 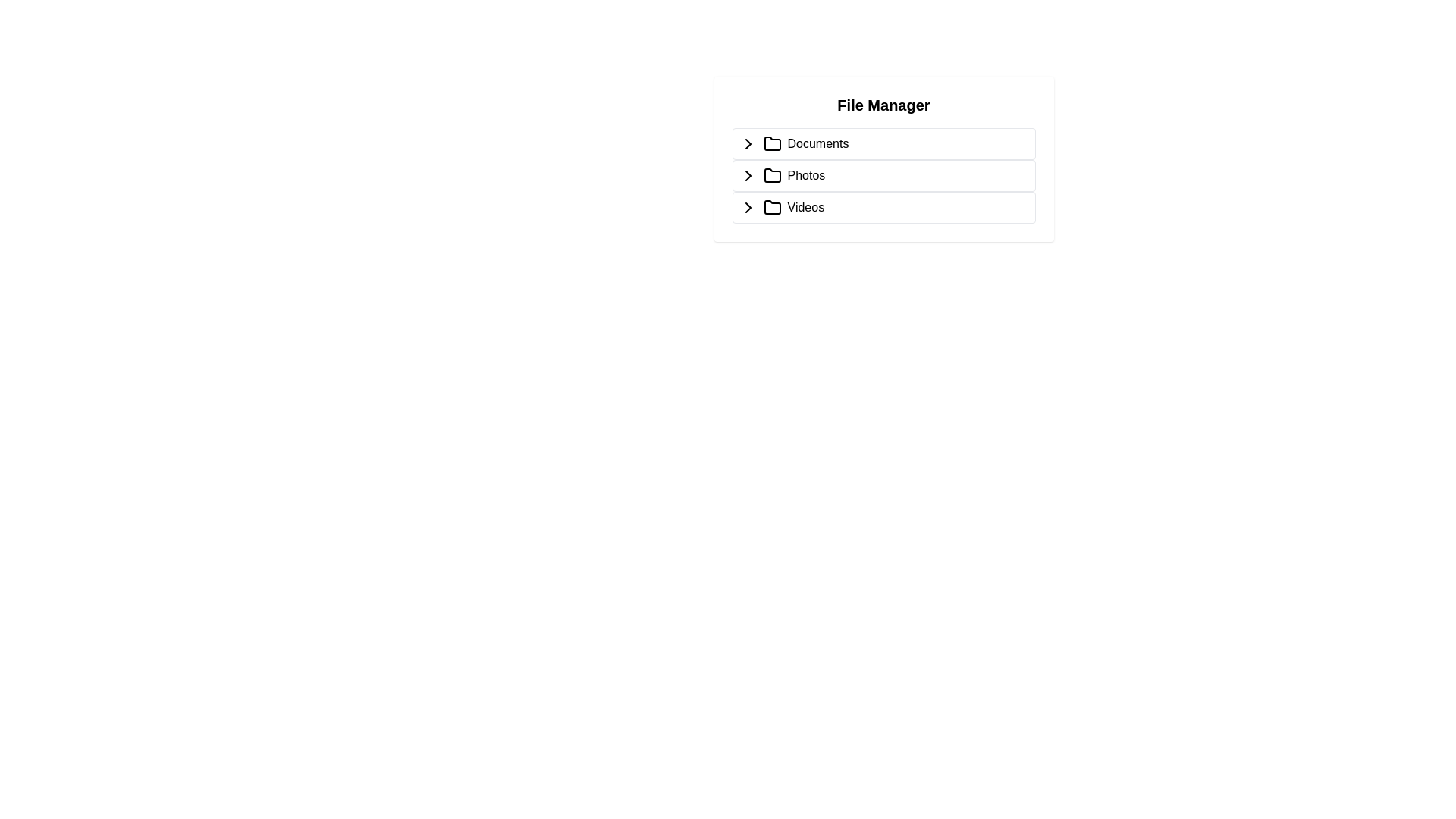 What do you see at coordinates (748, 174) in the screenshot?
I see `the toggle button (arrow icon) next to the 'Photos' folder` at bounding box center [748, 174].